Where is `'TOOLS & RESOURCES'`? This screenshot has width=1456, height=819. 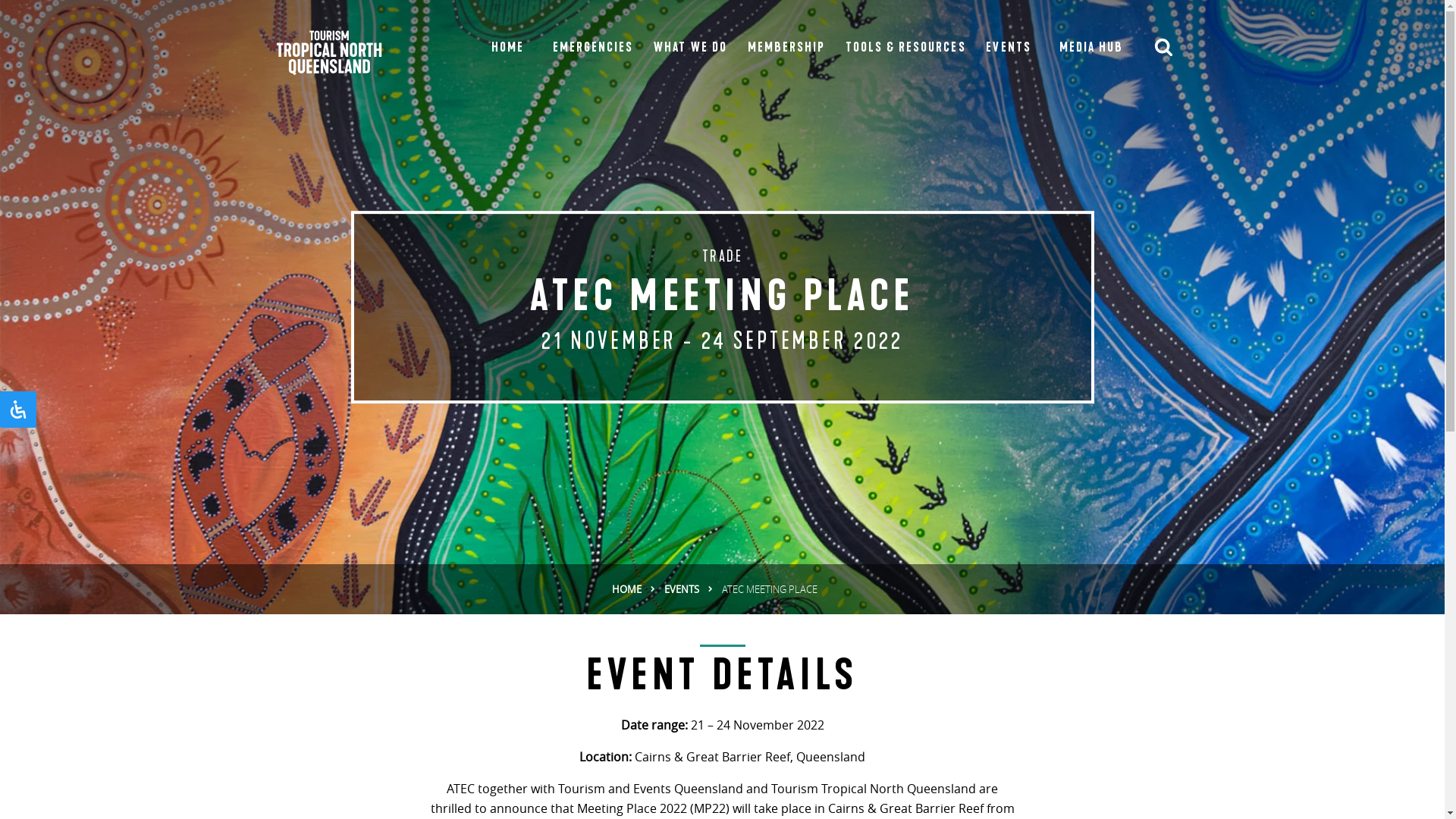
'TOOLS & RESOURCES' is located at coordinates (844, 46).